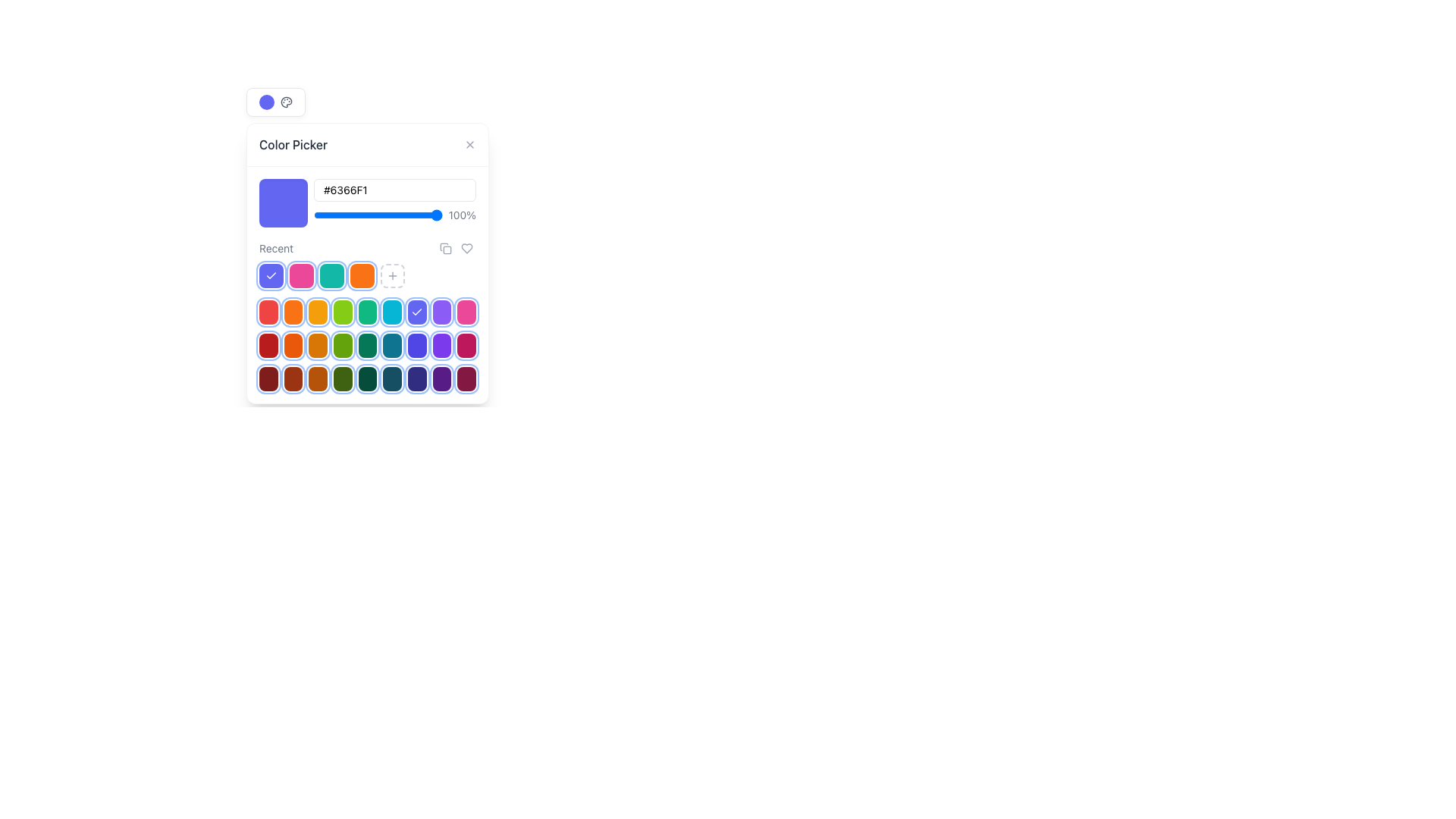 This screenshot has width=1456, height=819. Describe the element at coordinates (469, 145) in the screenshot. I see `the close button located at the top-right corner of the 'Color Picker' interface` at that location.